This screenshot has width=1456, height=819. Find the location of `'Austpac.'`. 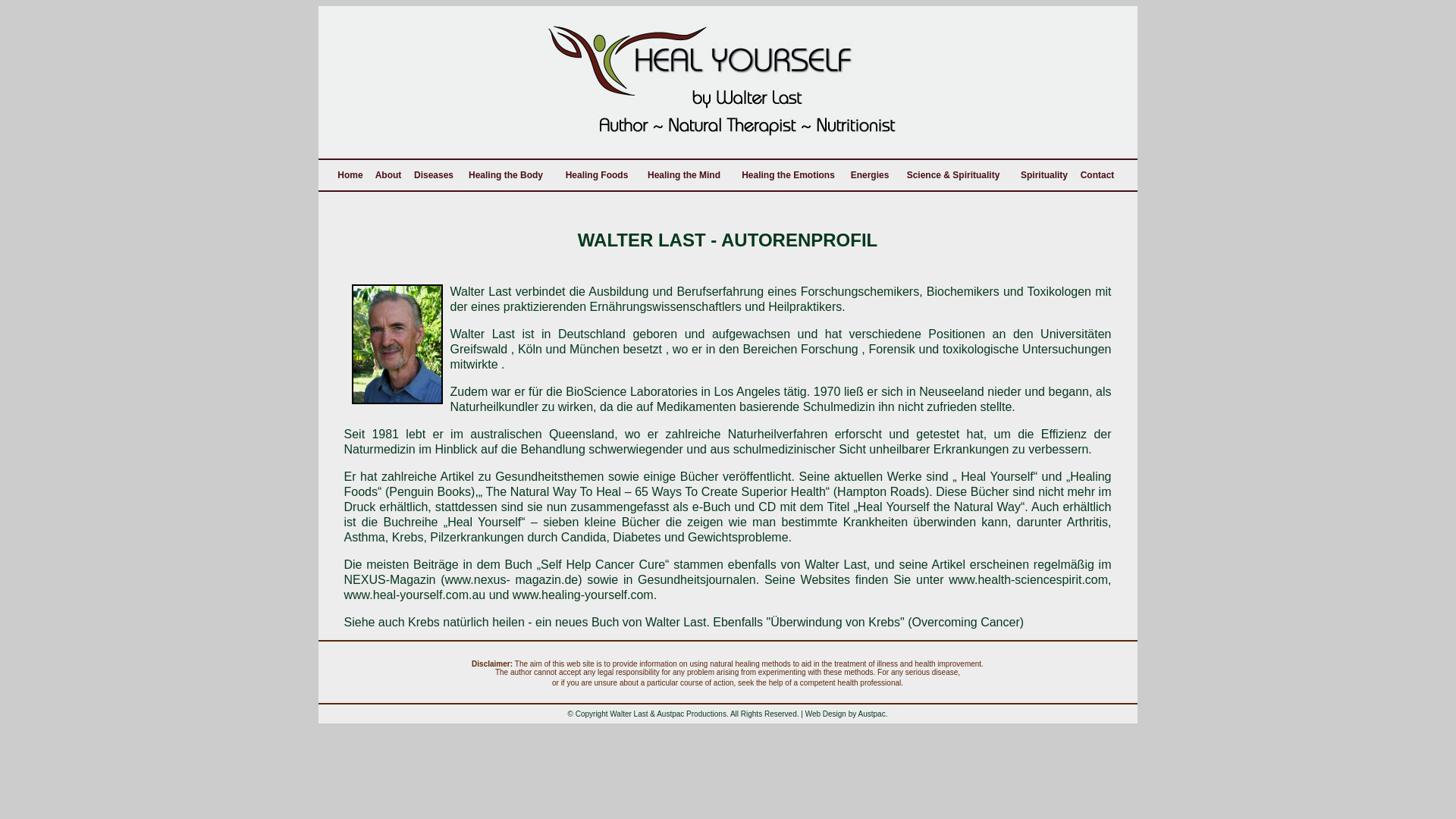

'Austpac.' is located at coordinates (873, 714).